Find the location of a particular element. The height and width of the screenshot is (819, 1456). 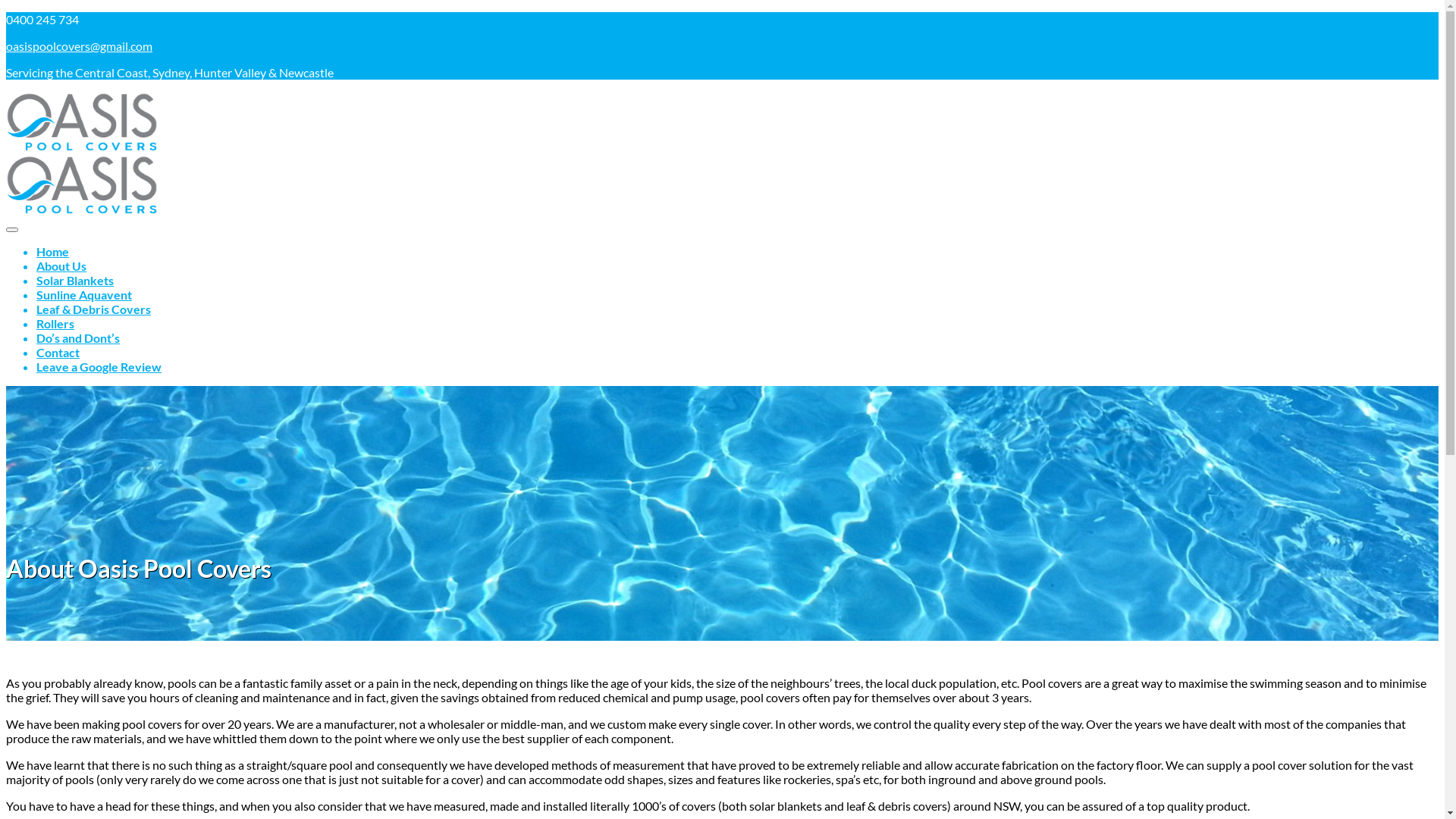

'About Us' is located at coordinates (61, 265).